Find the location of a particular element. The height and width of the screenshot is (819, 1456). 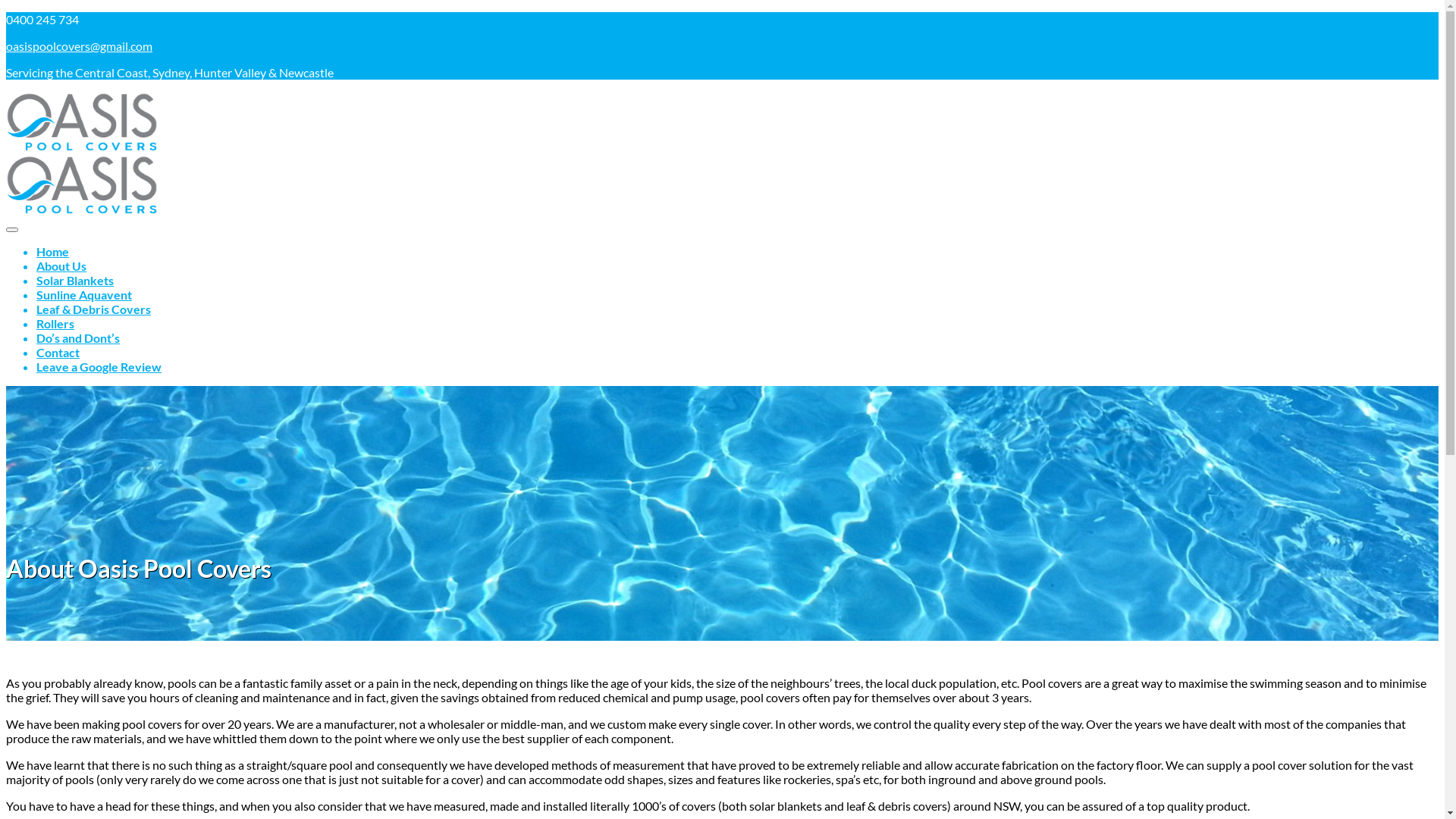

'About Us' is located at coordinates (61, 265).